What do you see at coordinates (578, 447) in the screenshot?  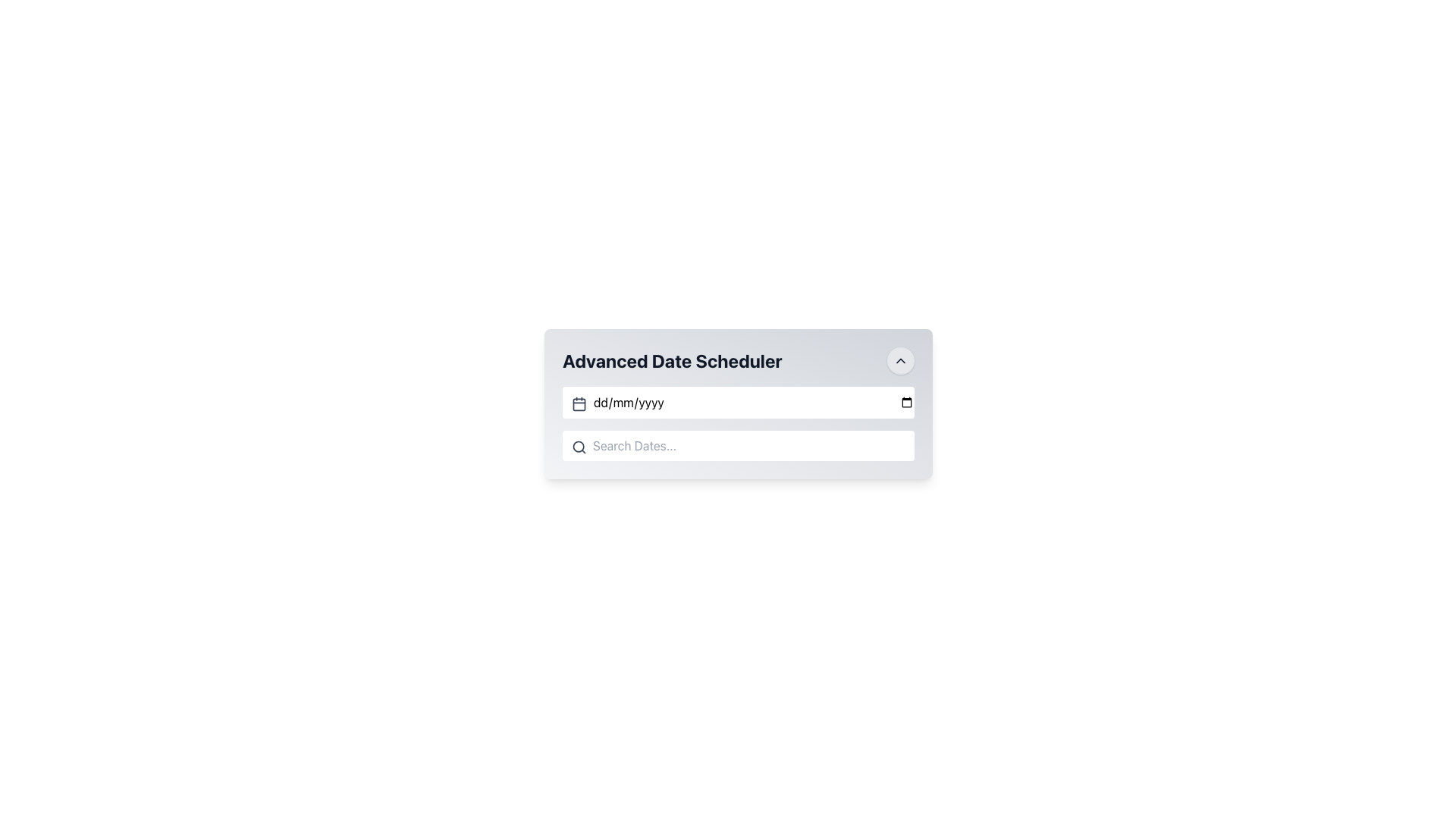 I see `the Search Icon, which is visually represented as a magnifying glass and located inside the text input field to the left of the placeholder text 'Search Dates...' in the 'Advanced Date Scheduler' interface` at bounding box center [578, 447].